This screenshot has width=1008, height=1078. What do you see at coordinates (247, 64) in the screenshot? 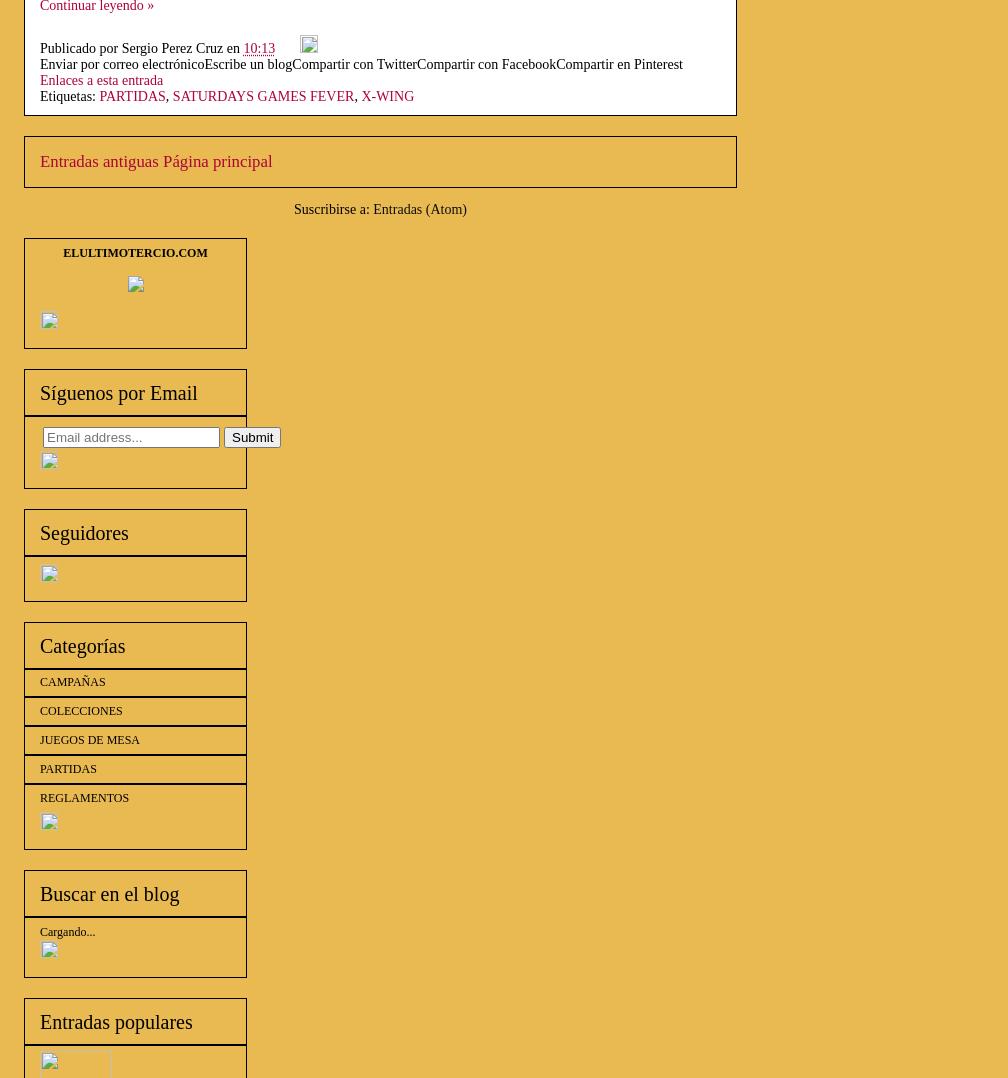
I see `'Escribe un blog'` at bounding box center [247, 64].